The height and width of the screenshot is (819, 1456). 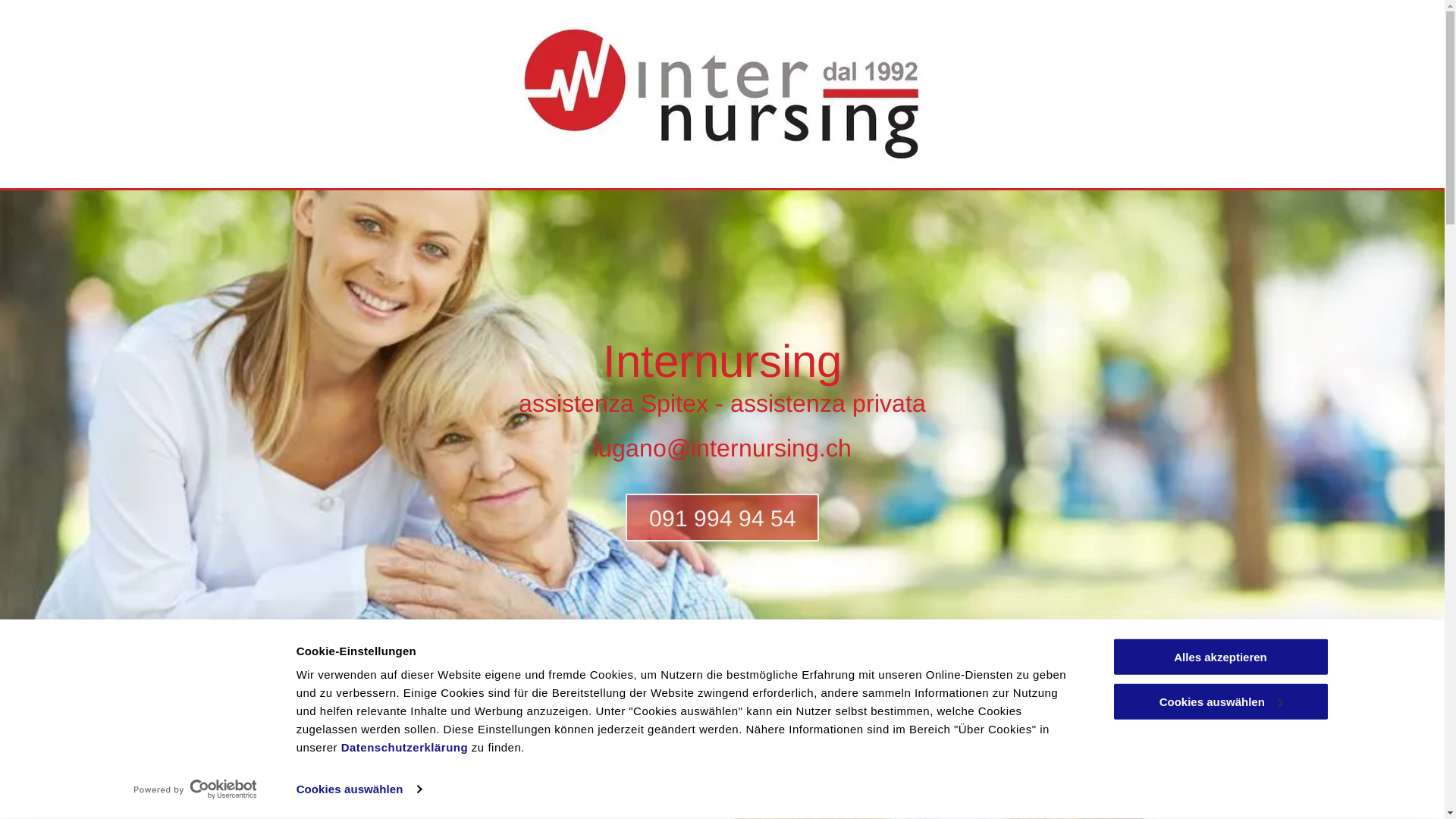 I want to click on 'Alles akzeptieren', so click(x=1111, y=656).